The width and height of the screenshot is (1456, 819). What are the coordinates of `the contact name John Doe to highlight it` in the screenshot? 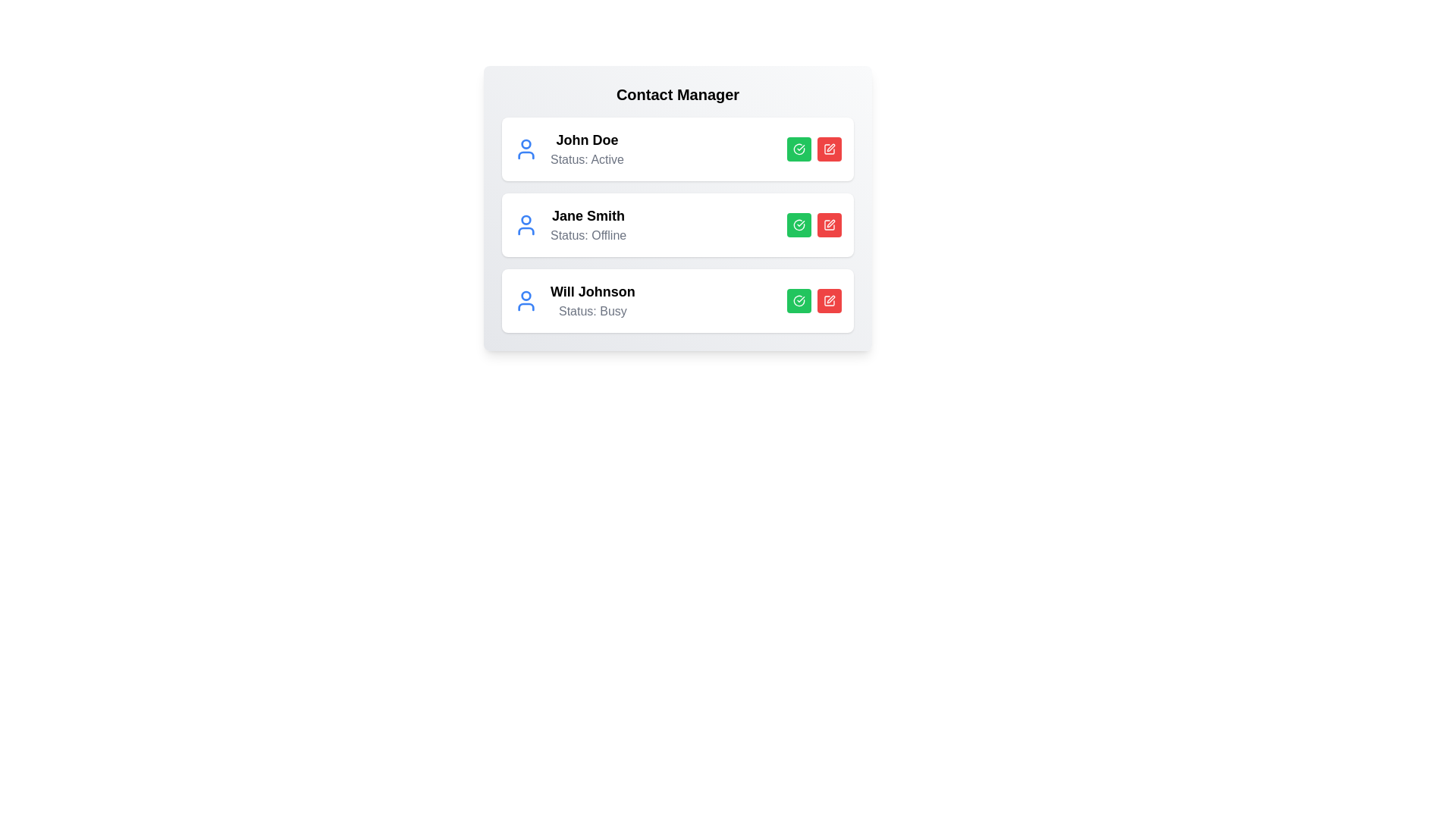 It's located at (585, 140).